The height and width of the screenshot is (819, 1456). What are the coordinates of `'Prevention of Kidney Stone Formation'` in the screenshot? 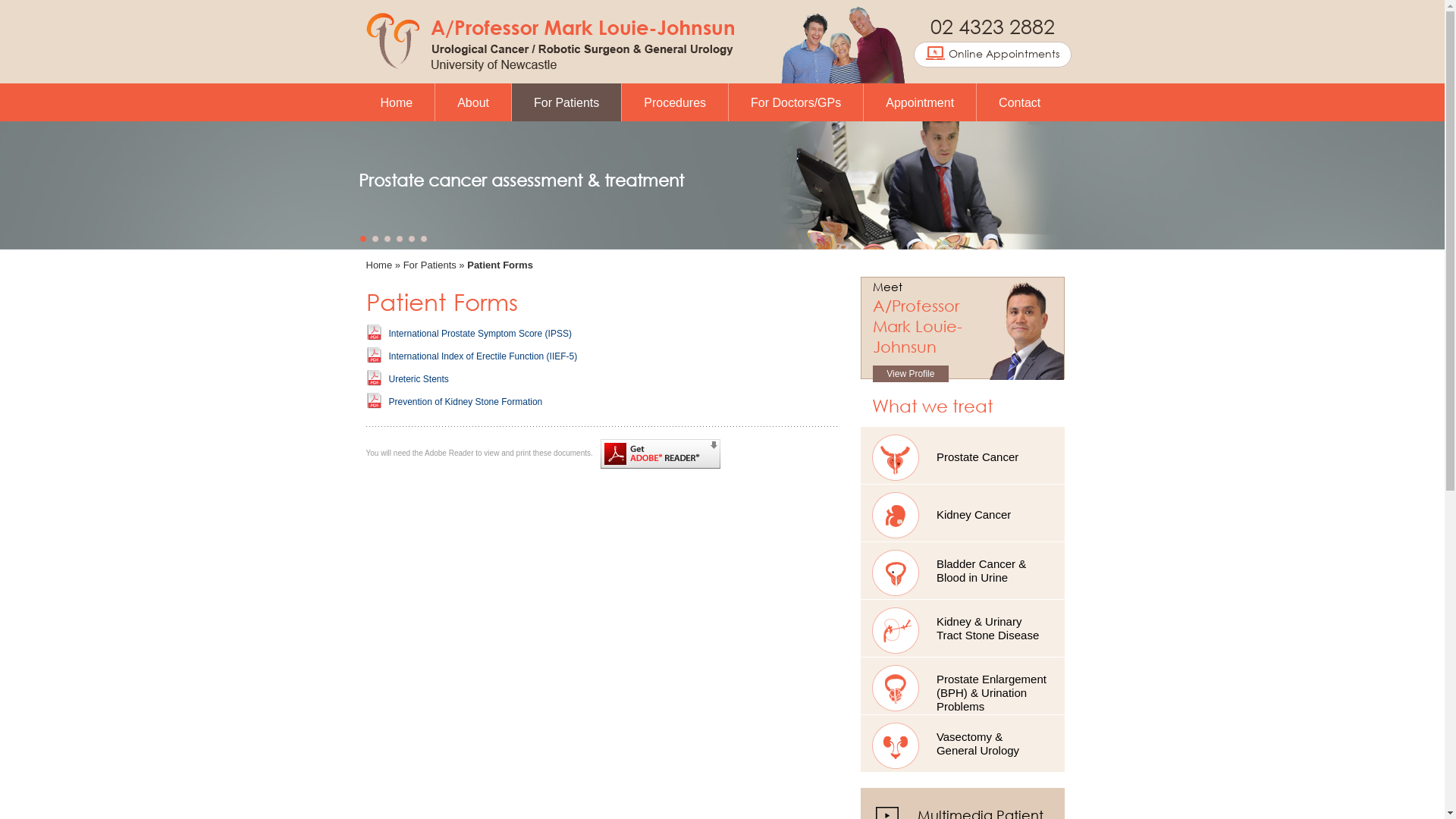 It's located at (464, 400).